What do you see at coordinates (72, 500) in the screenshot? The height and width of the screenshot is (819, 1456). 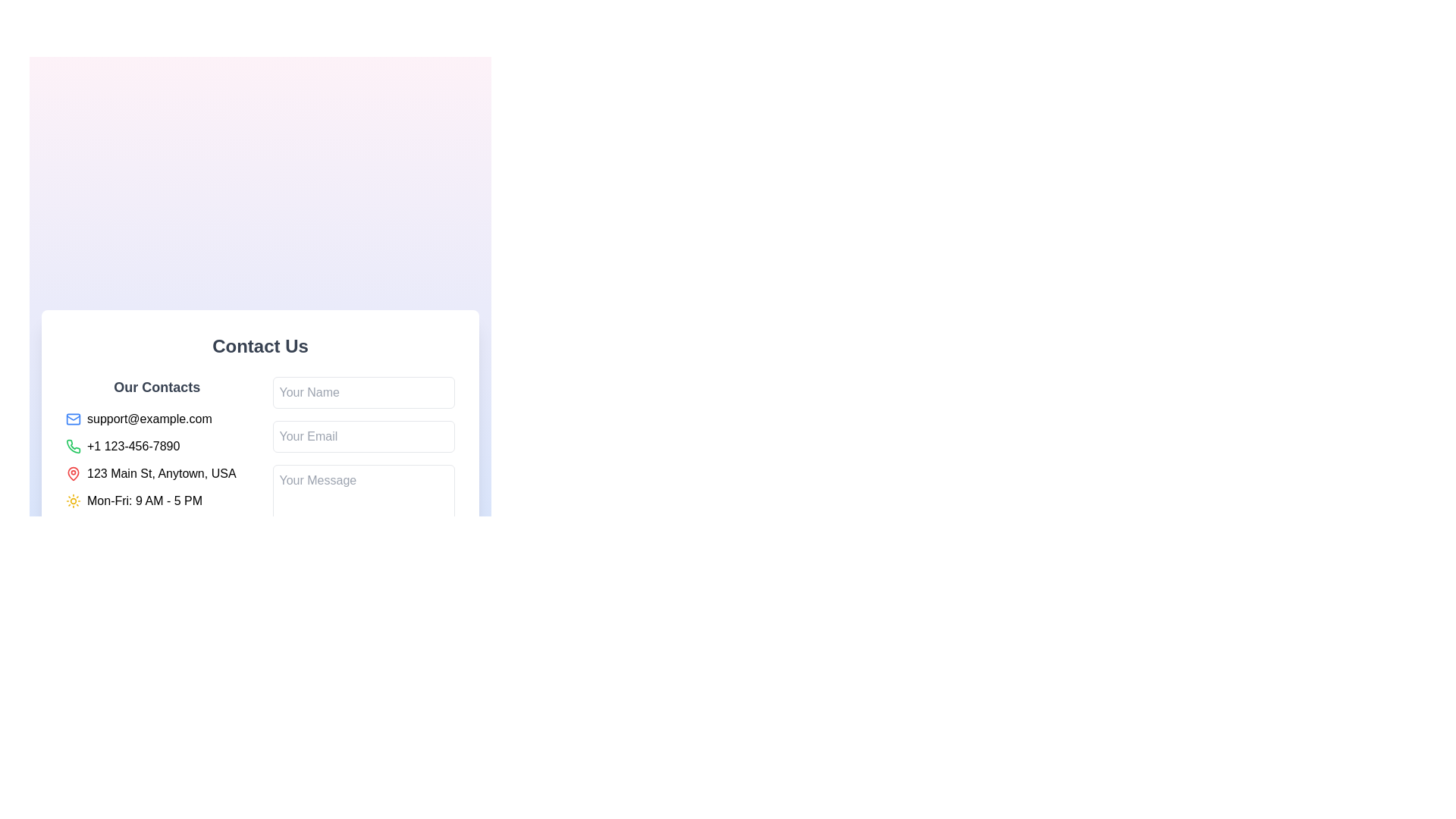 I see `assistive technology` at bounding box center [72, 500].